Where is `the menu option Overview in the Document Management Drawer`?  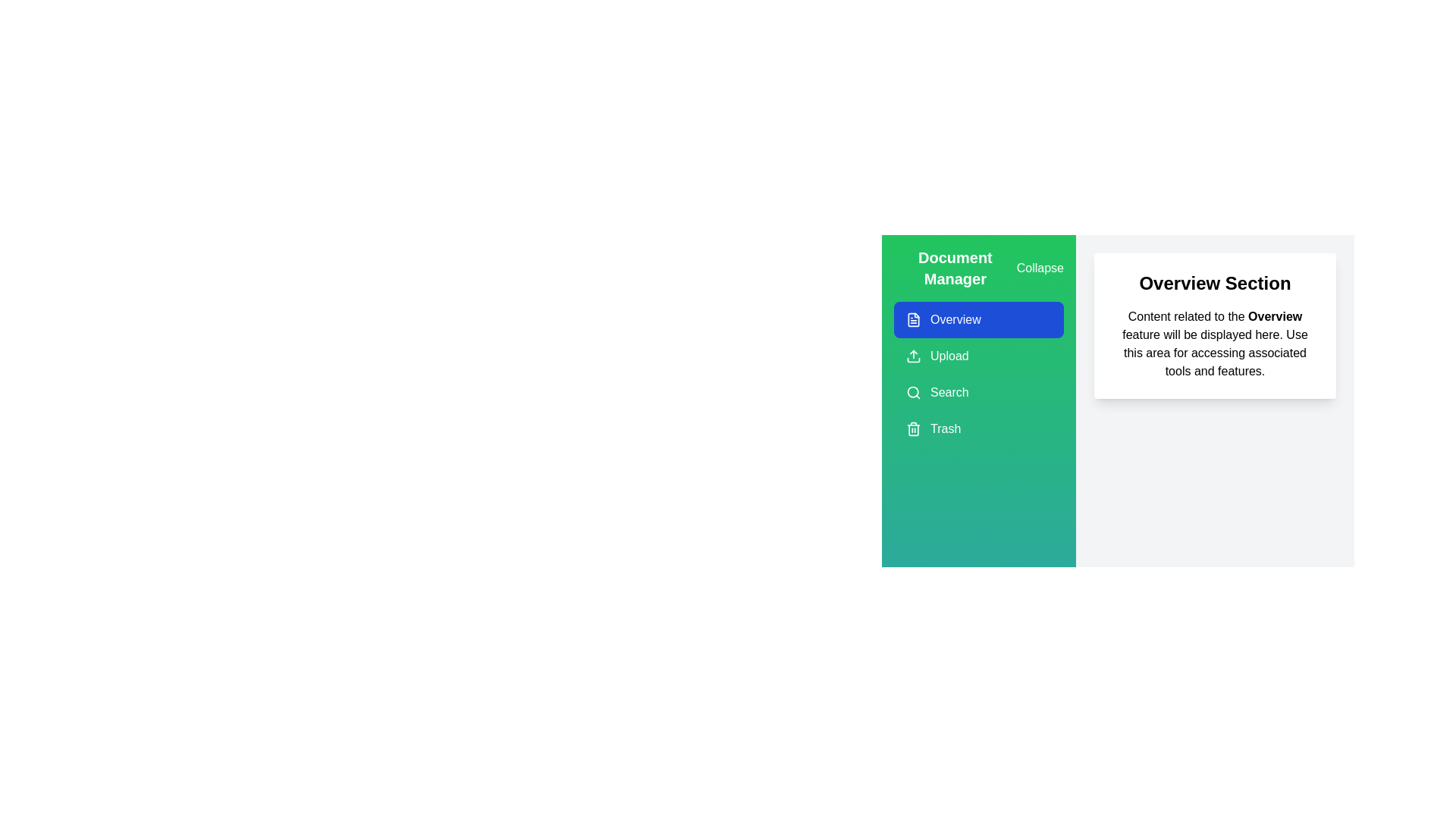
the menu option Overview in the Document Management Drawer is located at coordinates (979, 318).